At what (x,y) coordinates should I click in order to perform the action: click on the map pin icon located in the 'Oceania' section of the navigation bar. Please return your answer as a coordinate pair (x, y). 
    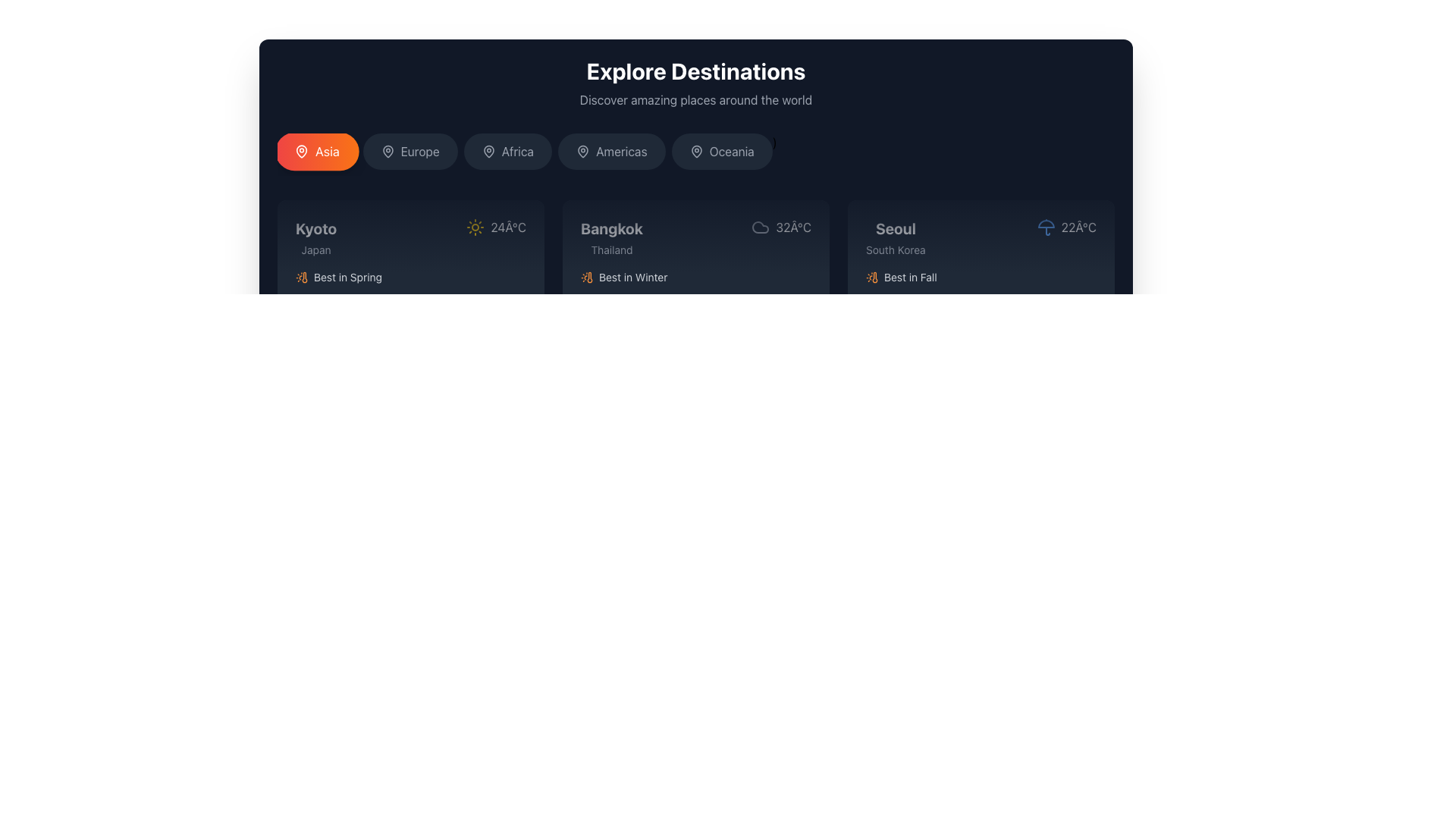
    Looking at the image, I should click on (695, 152).